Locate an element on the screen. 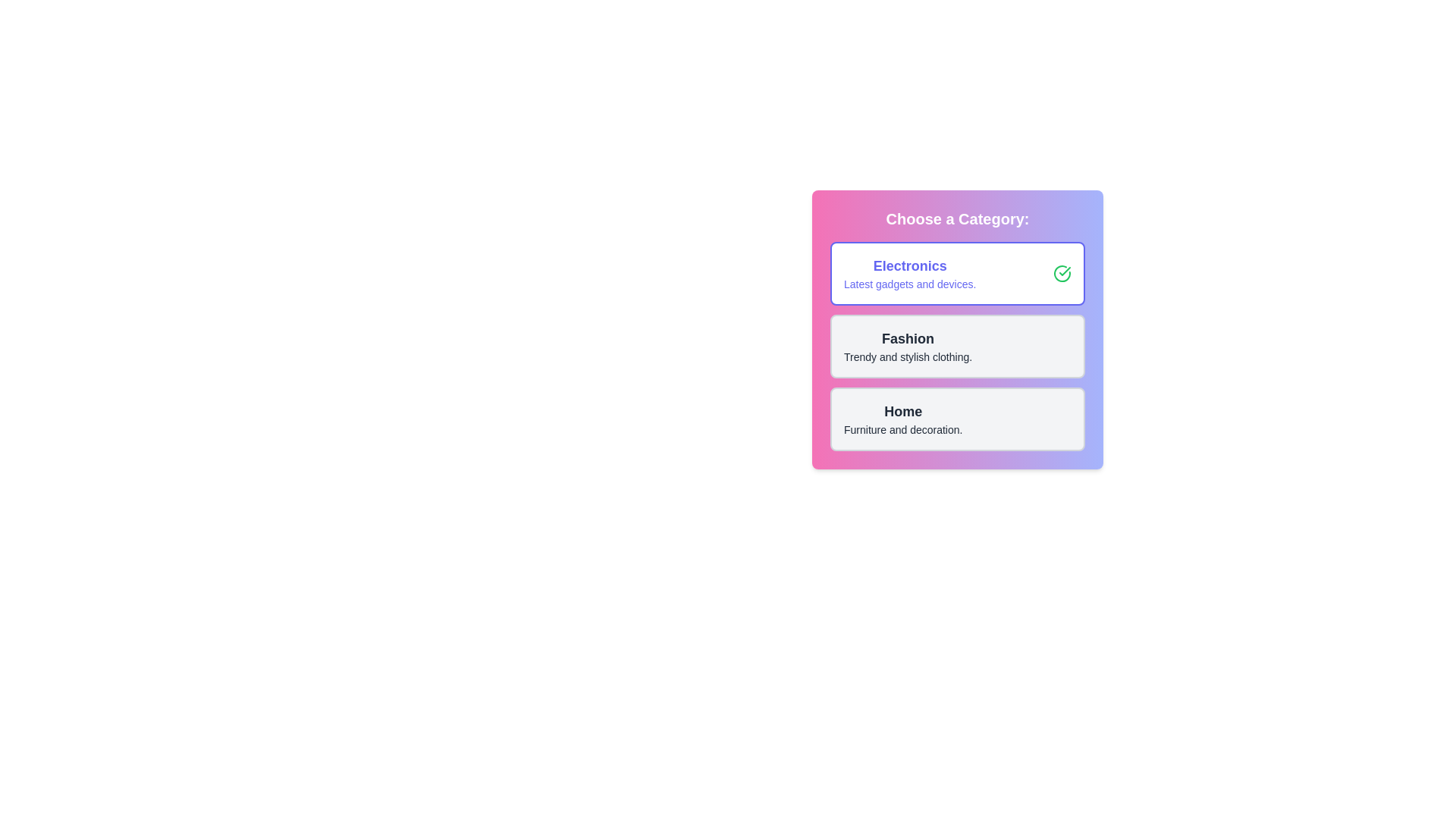 This screenshot has height=819, width=1456. the validation icon indicating that the option 'Electronics' has been confirmed, located near the top-right inside the text box labeled 'Electronics' is located at coordinates (1064, 271).